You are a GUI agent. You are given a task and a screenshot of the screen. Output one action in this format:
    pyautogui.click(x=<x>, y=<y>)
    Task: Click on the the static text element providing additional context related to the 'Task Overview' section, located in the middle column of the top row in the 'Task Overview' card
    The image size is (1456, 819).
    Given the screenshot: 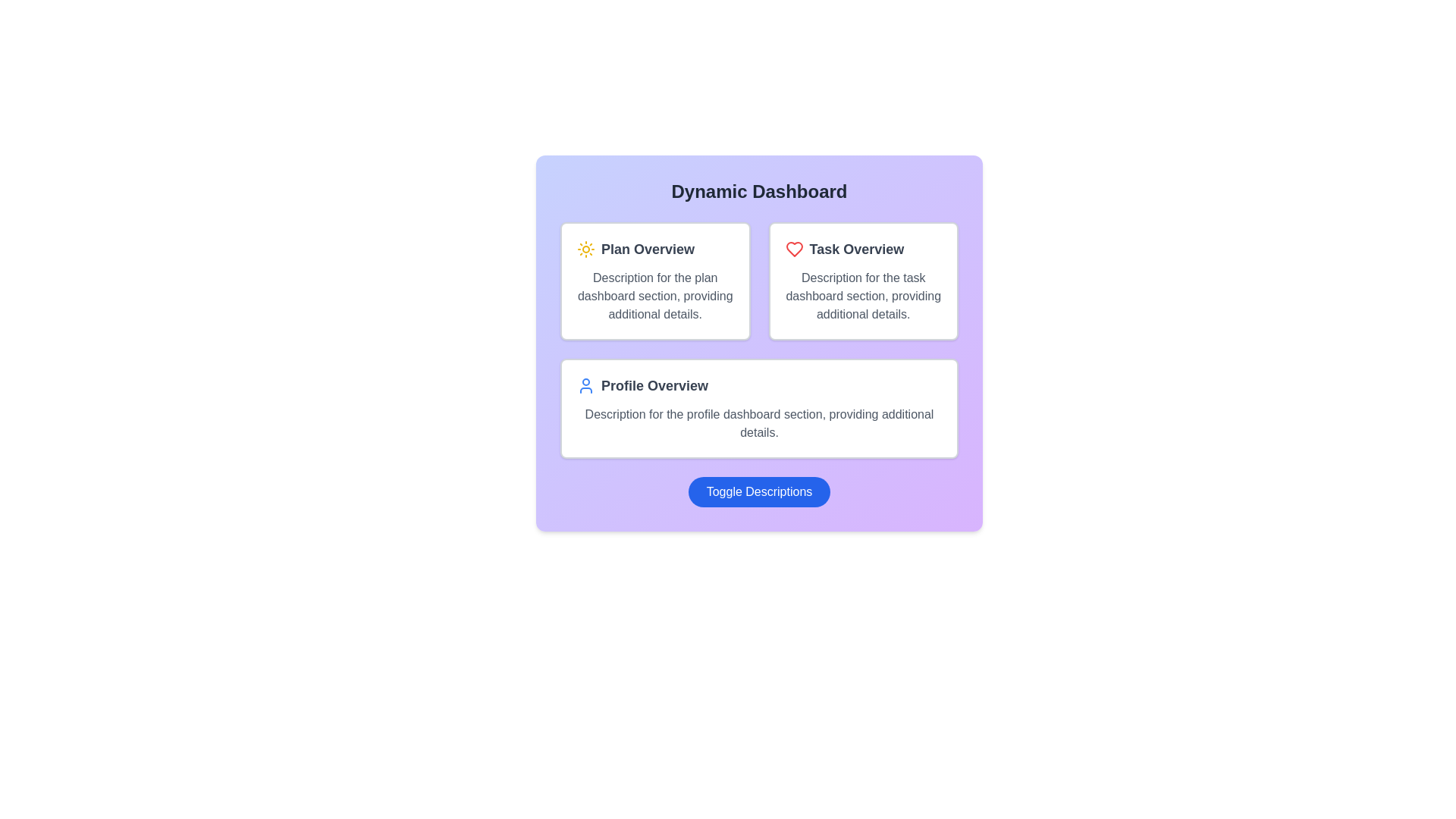 What is the action you would take?
    pyautogui.click(x=863, y=296)
    